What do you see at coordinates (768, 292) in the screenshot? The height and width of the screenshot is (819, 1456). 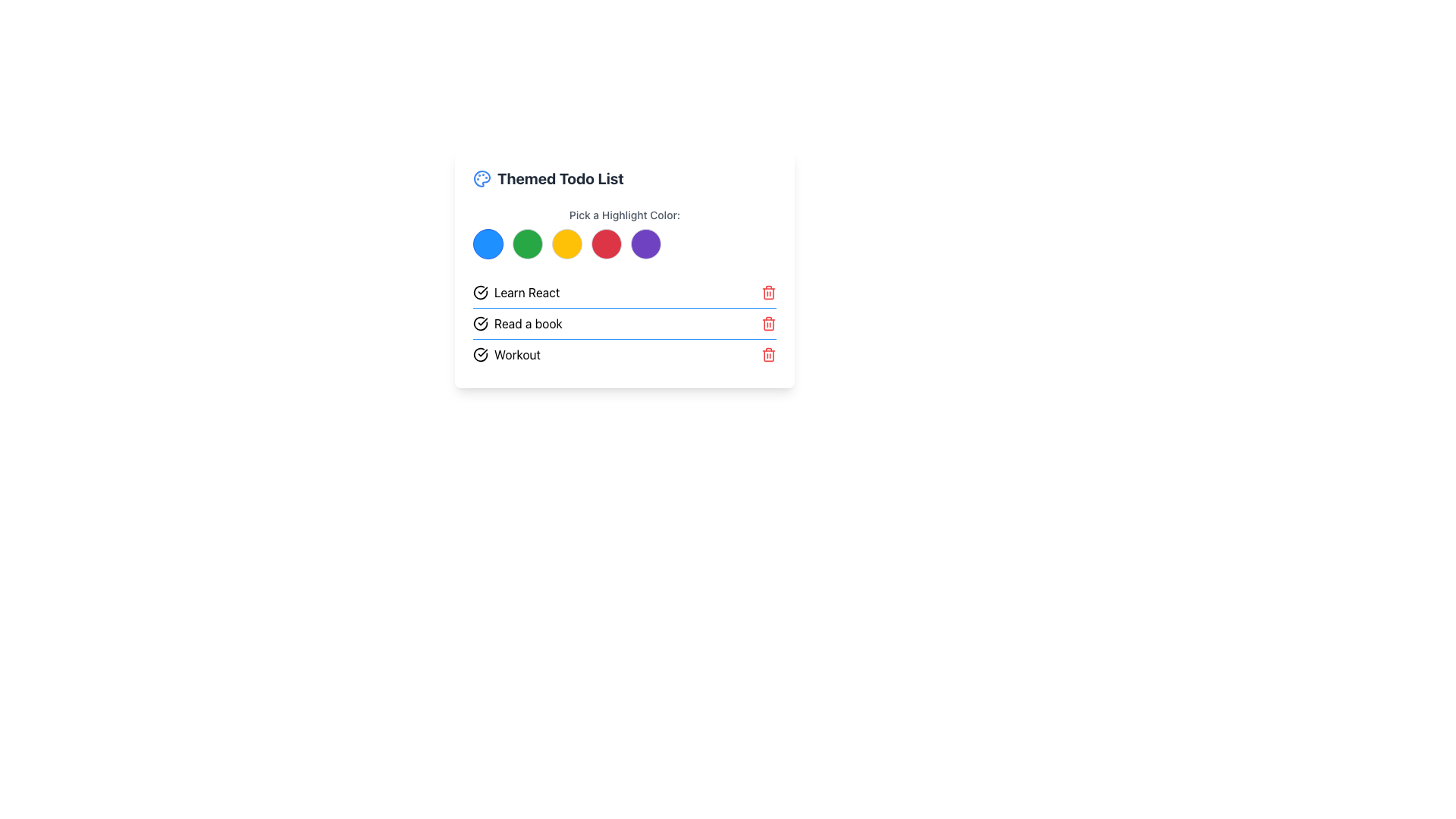 I see `the delete button located in the top right corner of the 'Learn React' task` at bounding box center [768, 292].